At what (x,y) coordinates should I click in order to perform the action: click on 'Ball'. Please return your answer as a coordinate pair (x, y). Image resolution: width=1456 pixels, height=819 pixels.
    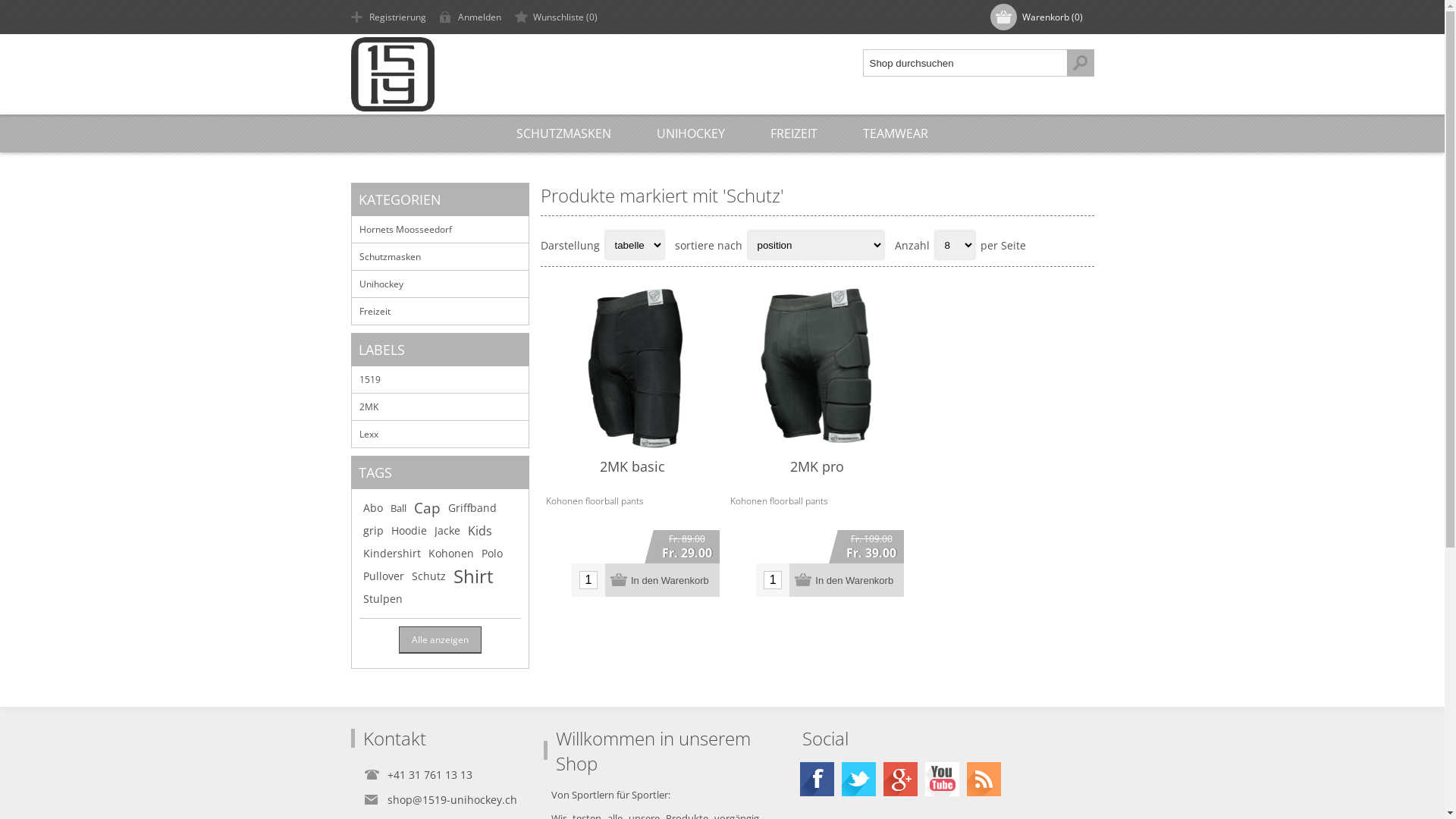
    Looking at the image, I should click on (397, 508).